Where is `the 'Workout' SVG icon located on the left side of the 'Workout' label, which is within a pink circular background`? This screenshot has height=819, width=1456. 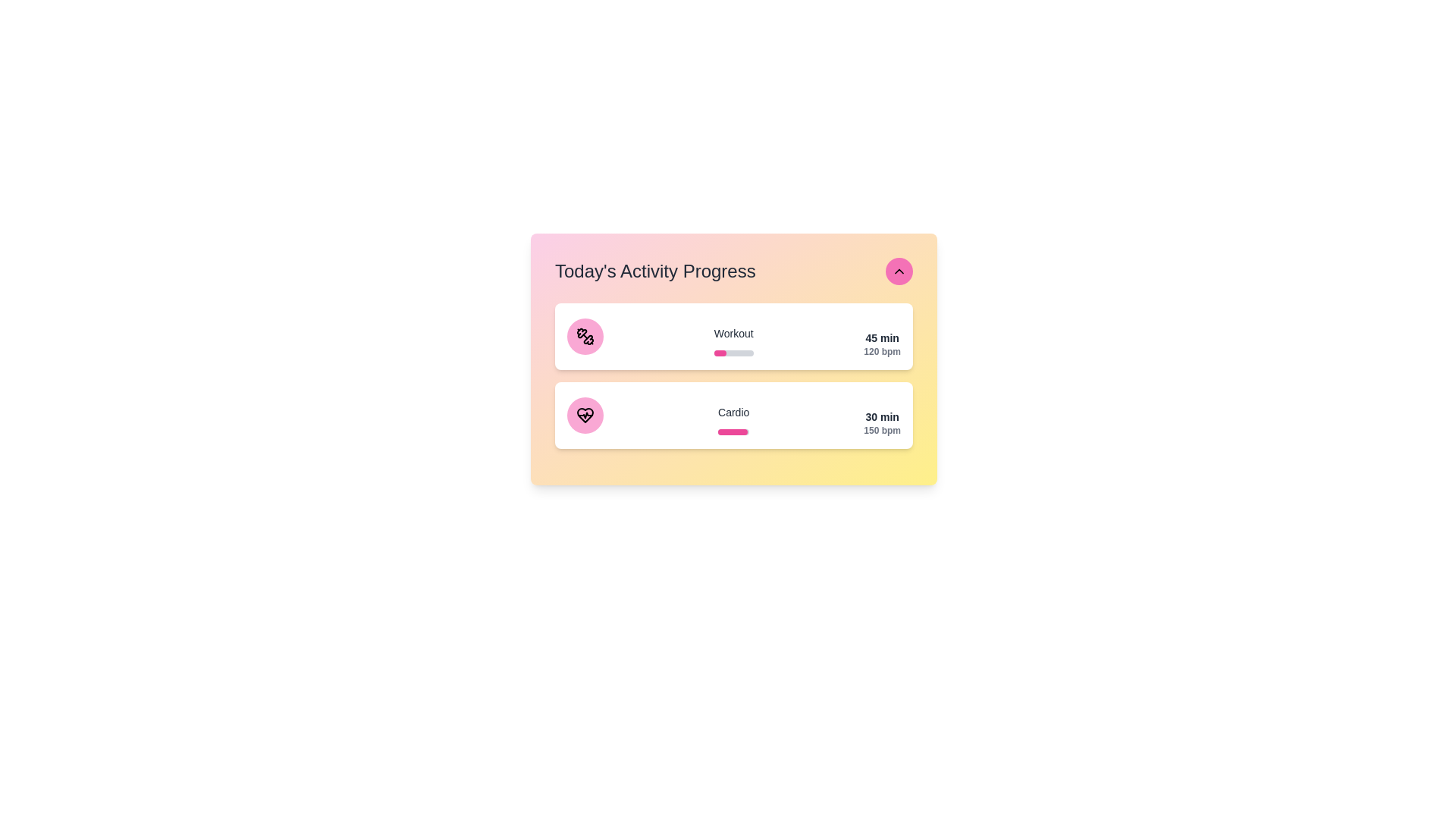 the 'Workout' SVG icon located on the left side of the 'Workout' label, which is within a pink circular background is located at coordinates (585, 335).